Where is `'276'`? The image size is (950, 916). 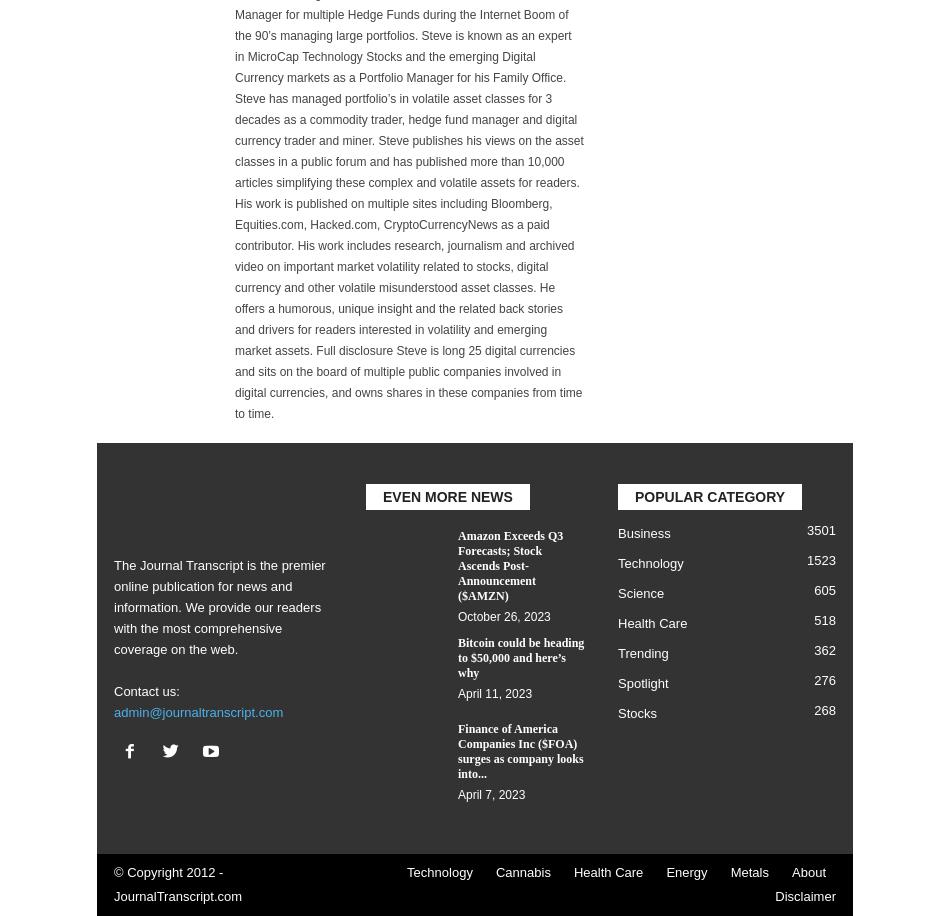 '276' is located at coordinates (823, 679).